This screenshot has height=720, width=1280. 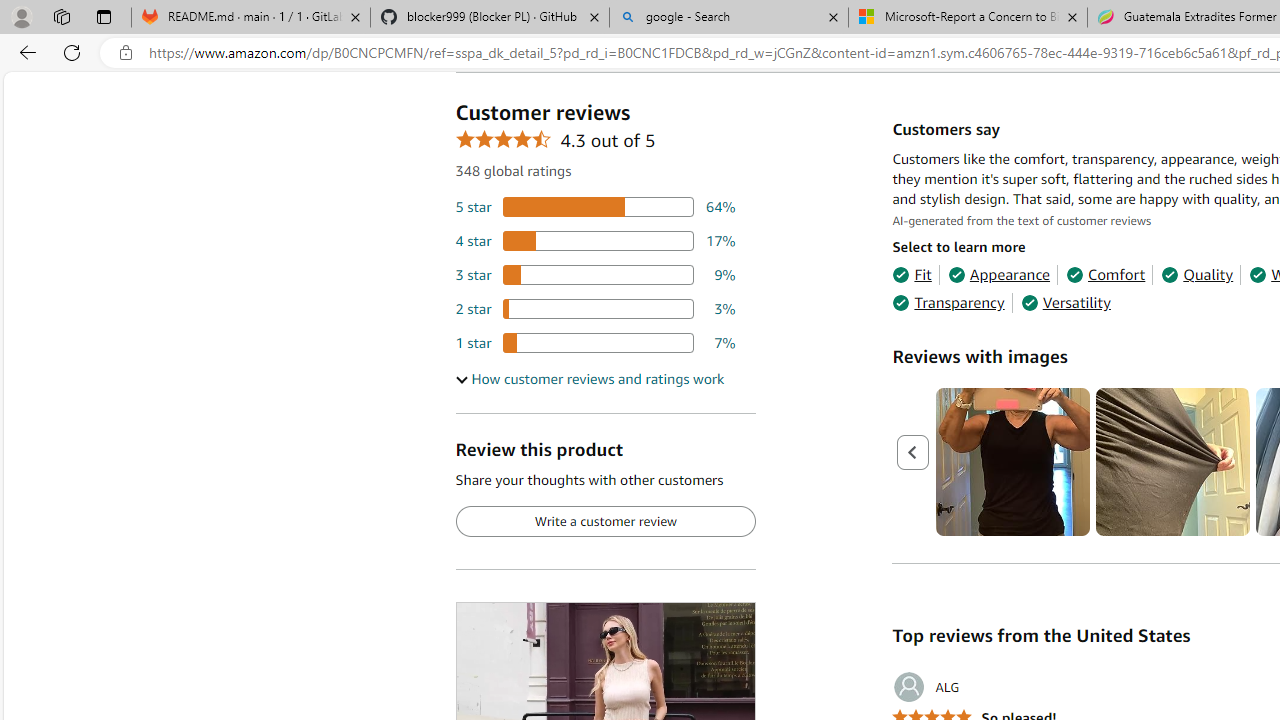 I want to click on '7 percent of reviews have 1 stars', so click(x=594, y=342).